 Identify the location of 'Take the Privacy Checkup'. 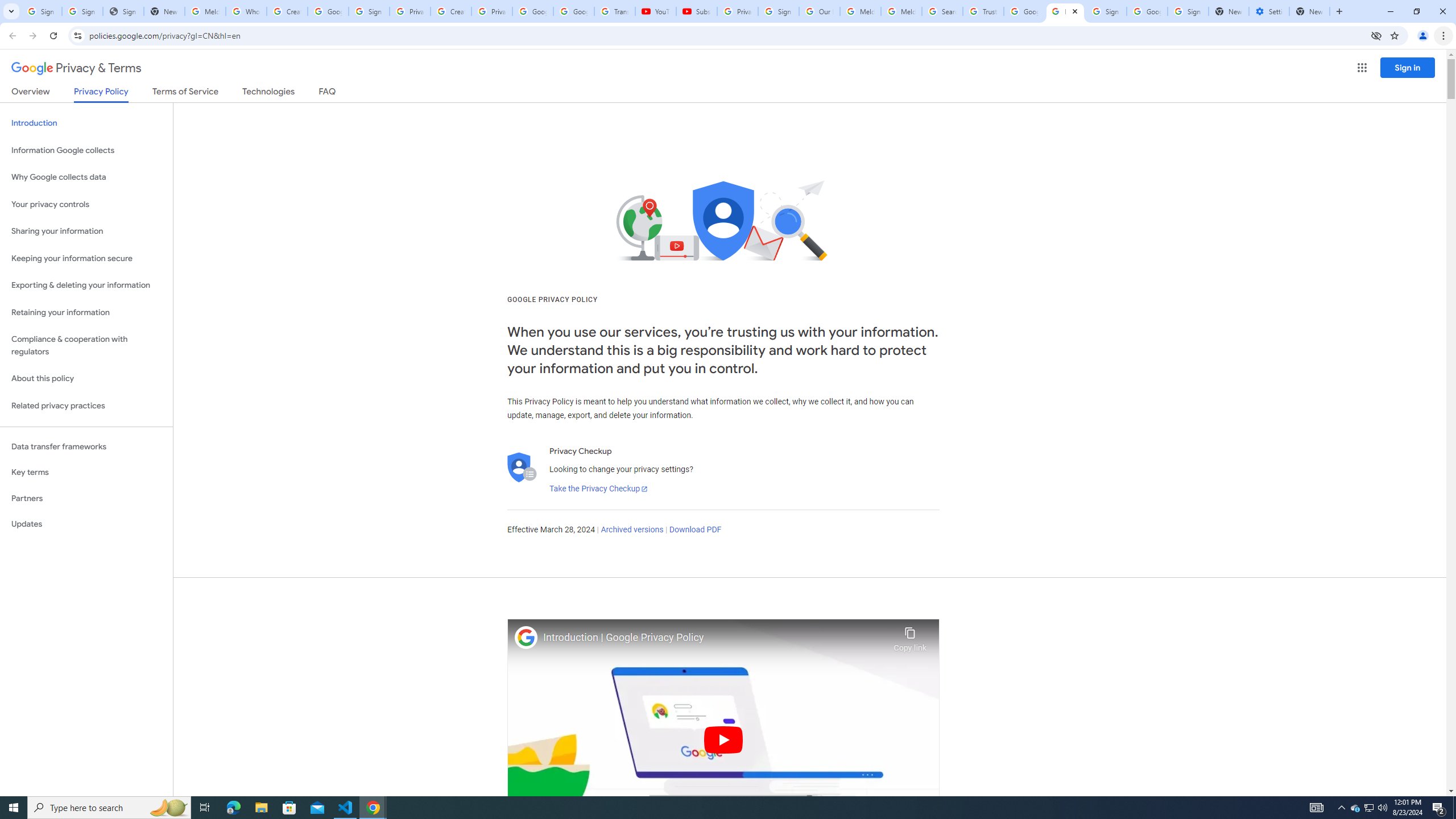
(598, 488).